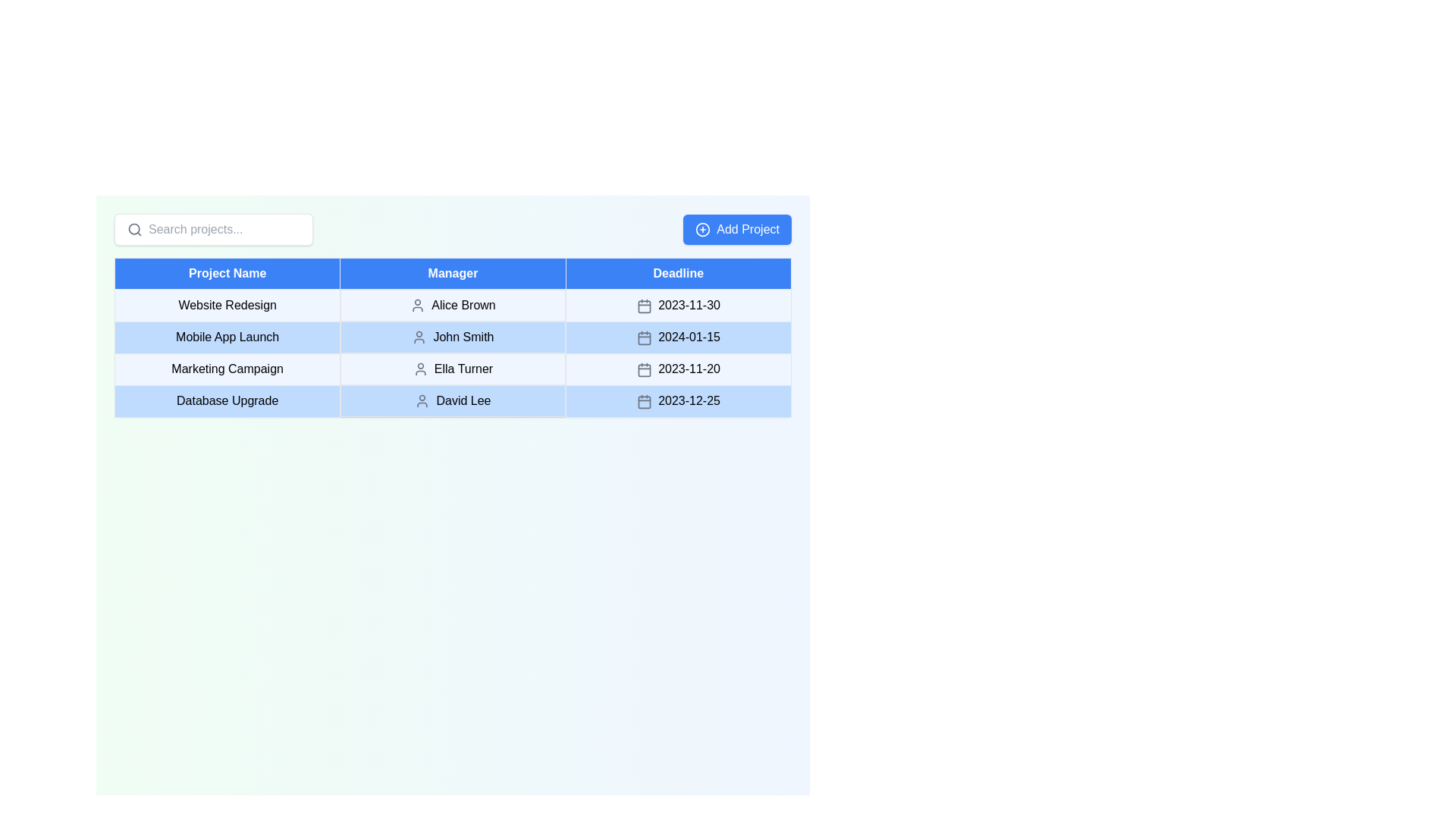 The image size is (1456, 819). Describe the element at coordinates (452, 336) in the screenshot. I see `the Text Cell with Icon that displays the manager's name in the second row of the table under the 'Manager' column` at that location.